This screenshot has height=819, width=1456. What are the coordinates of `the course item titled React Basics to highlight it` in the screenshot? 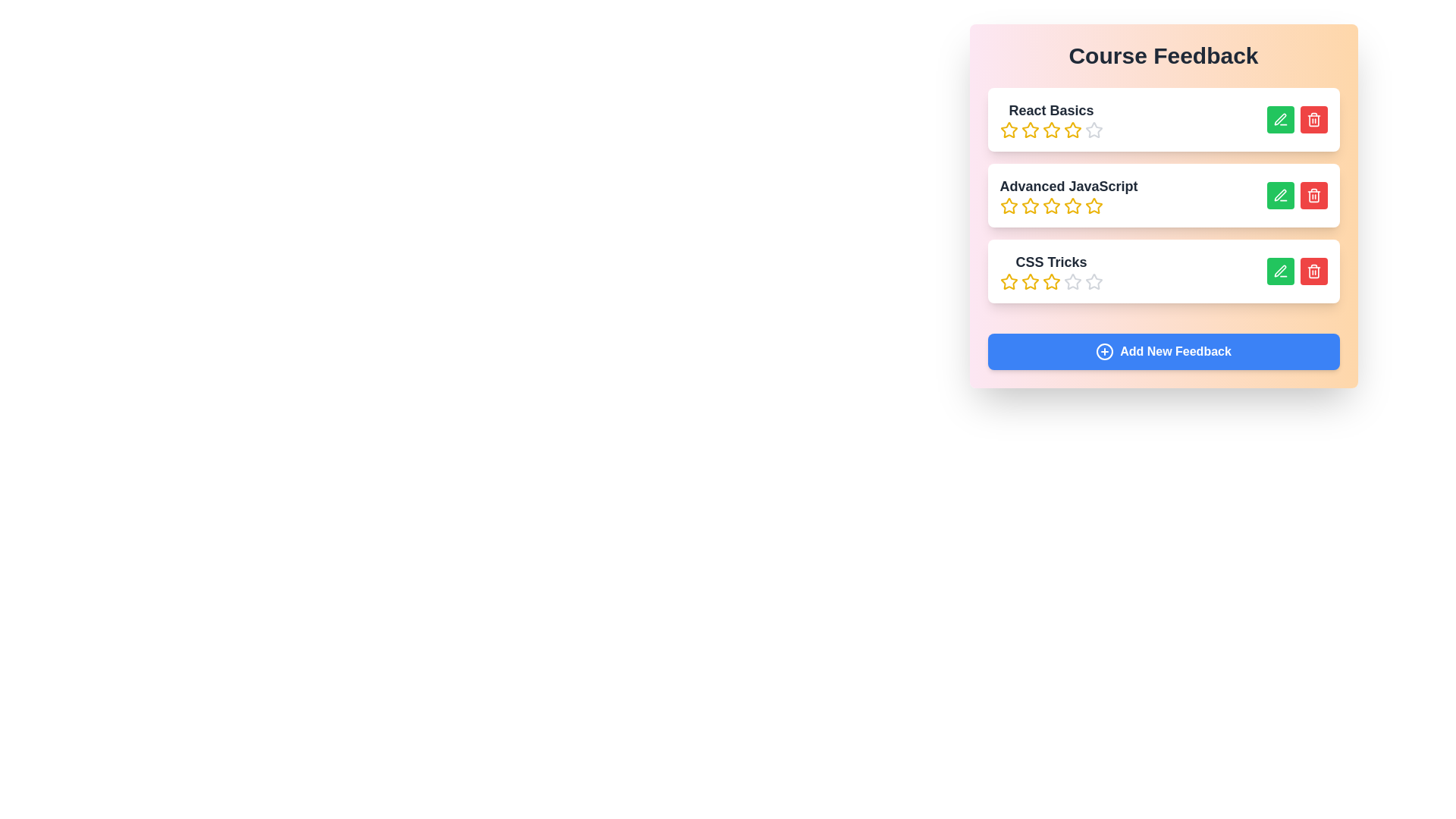 It's located at (1163, 119).